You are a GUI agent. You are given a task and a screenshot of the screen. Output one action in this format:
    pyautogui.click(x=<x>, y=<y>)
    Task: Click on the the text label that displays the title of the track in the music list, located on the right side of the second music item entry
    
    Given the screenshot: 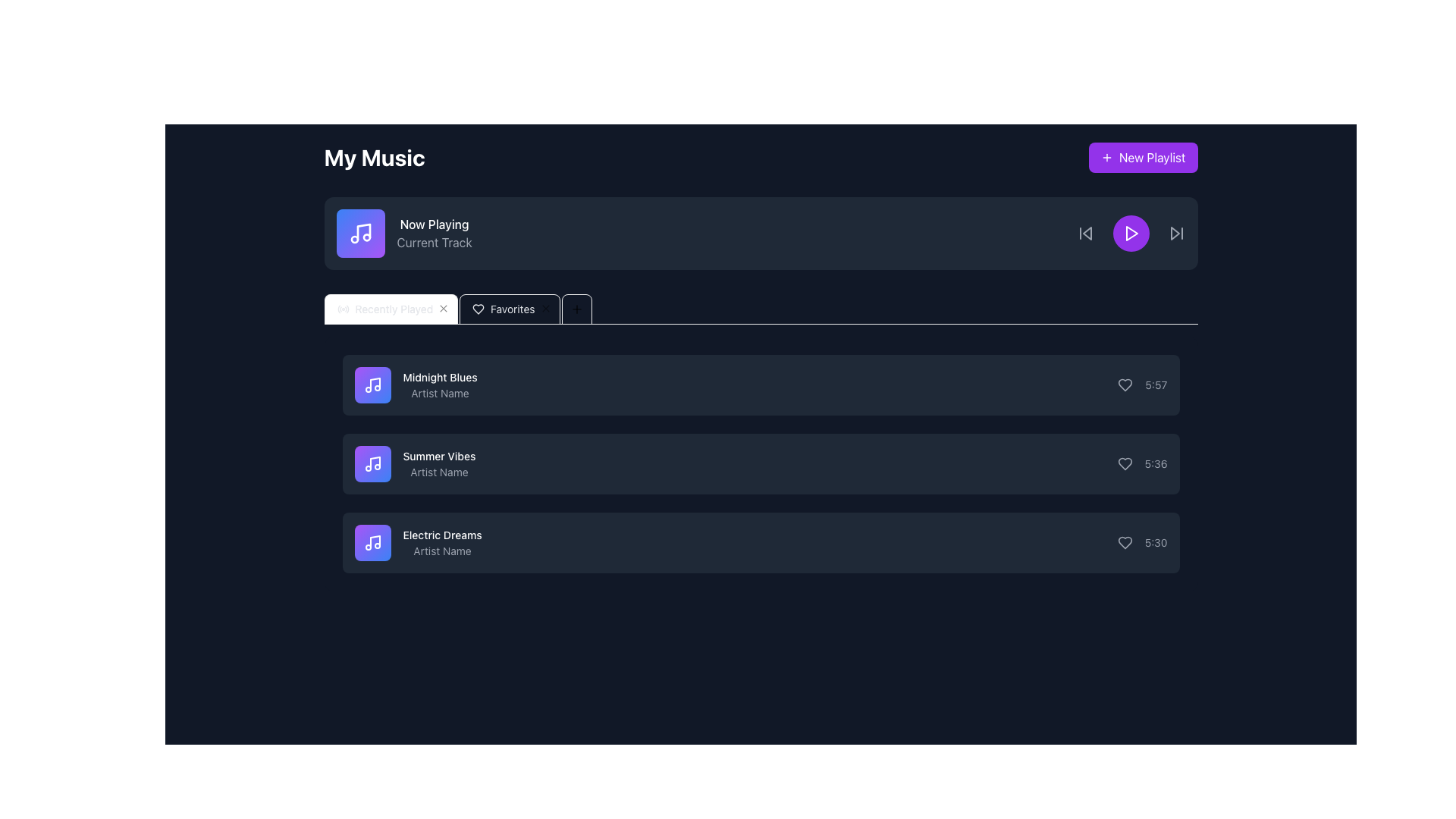 What is the action you would take?
    pyautogui.click(x=438, y=455)
    